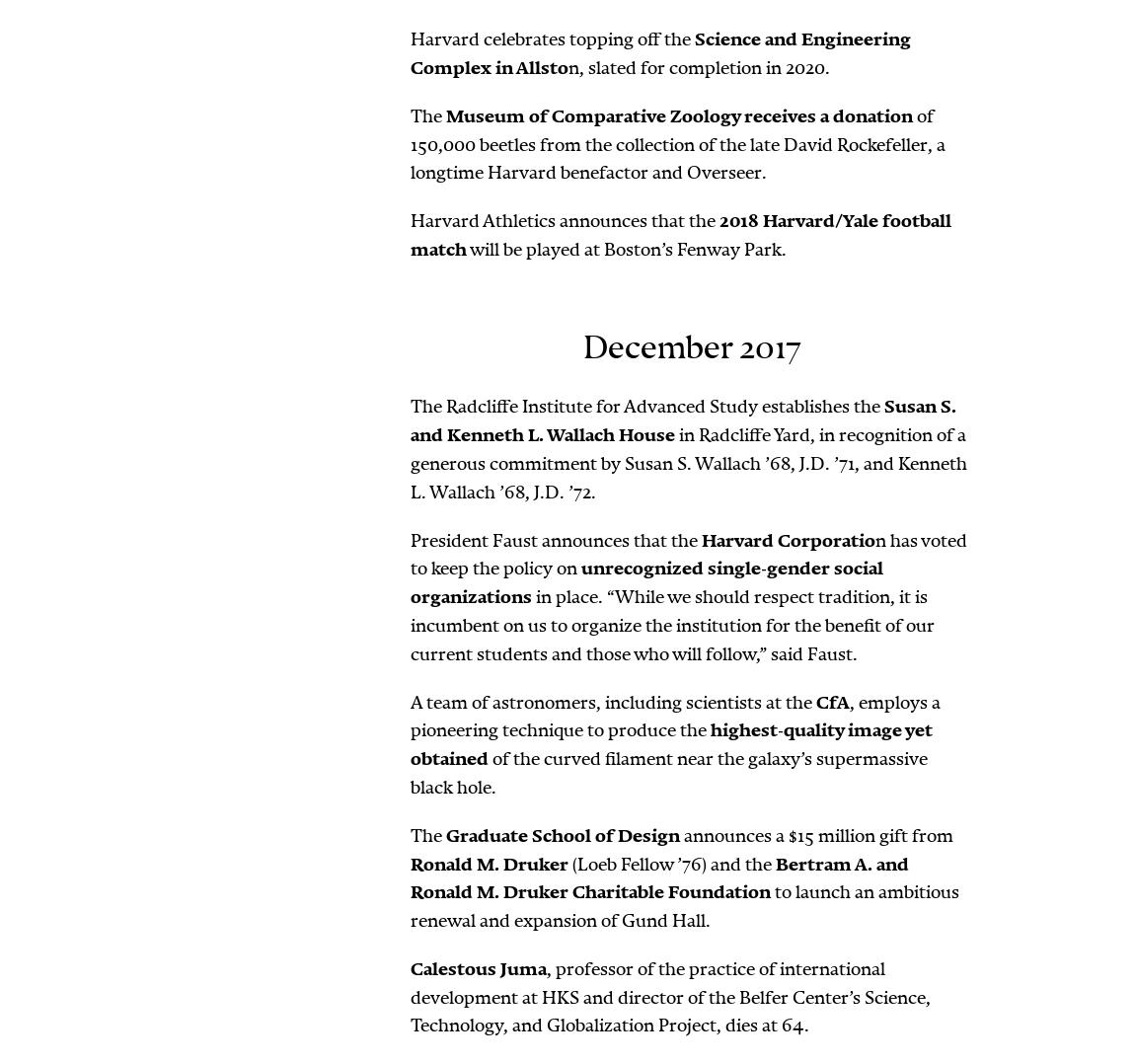 The image size is (1135, 1064). What do you see at coordinates (671, 863) in the screenshot?
I see `'(Loeb Fellow ’76) and the'` at bounding box center [671, 863].